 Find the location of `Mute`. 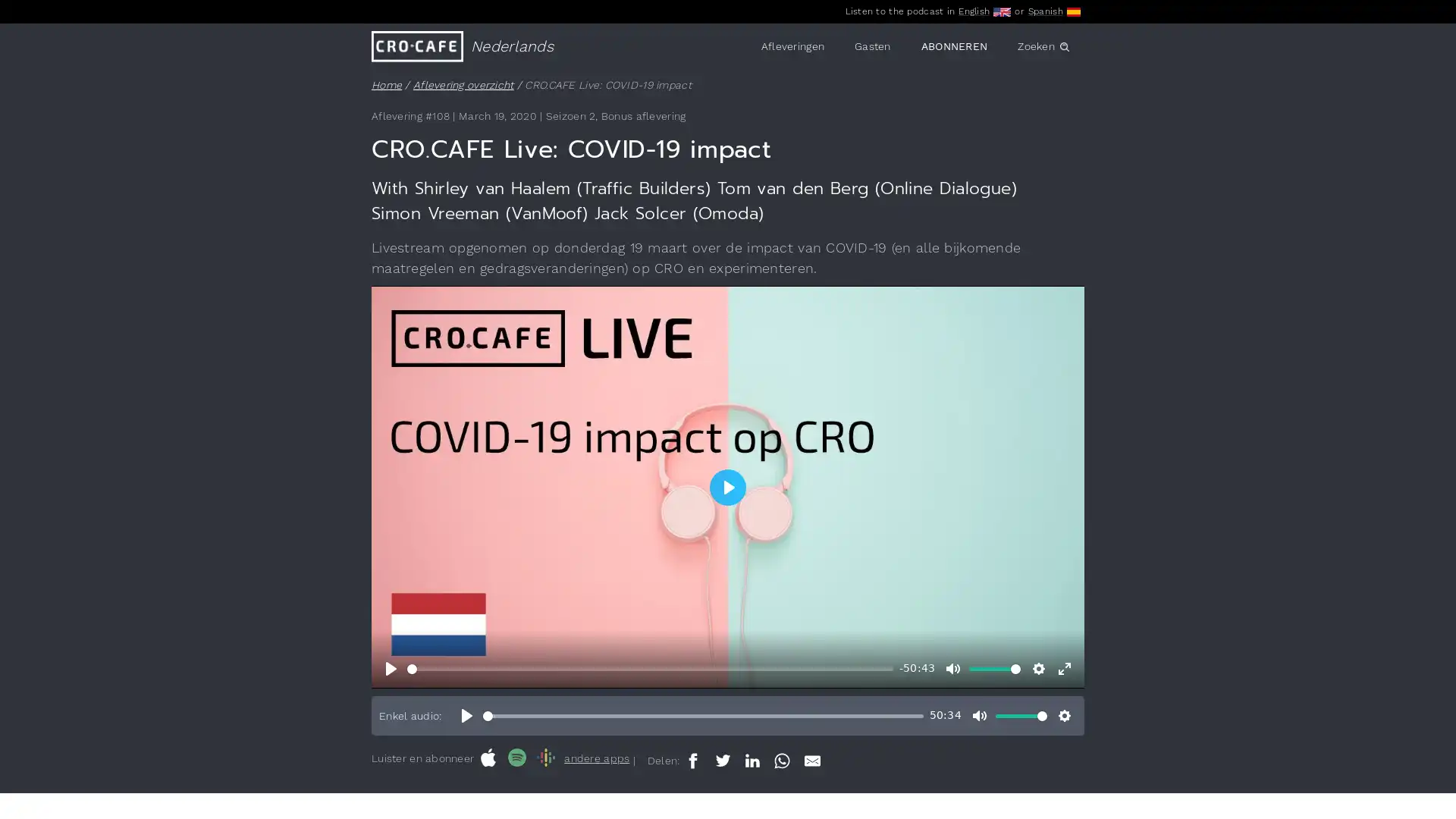

Mute is located at coordinates (952, 668).